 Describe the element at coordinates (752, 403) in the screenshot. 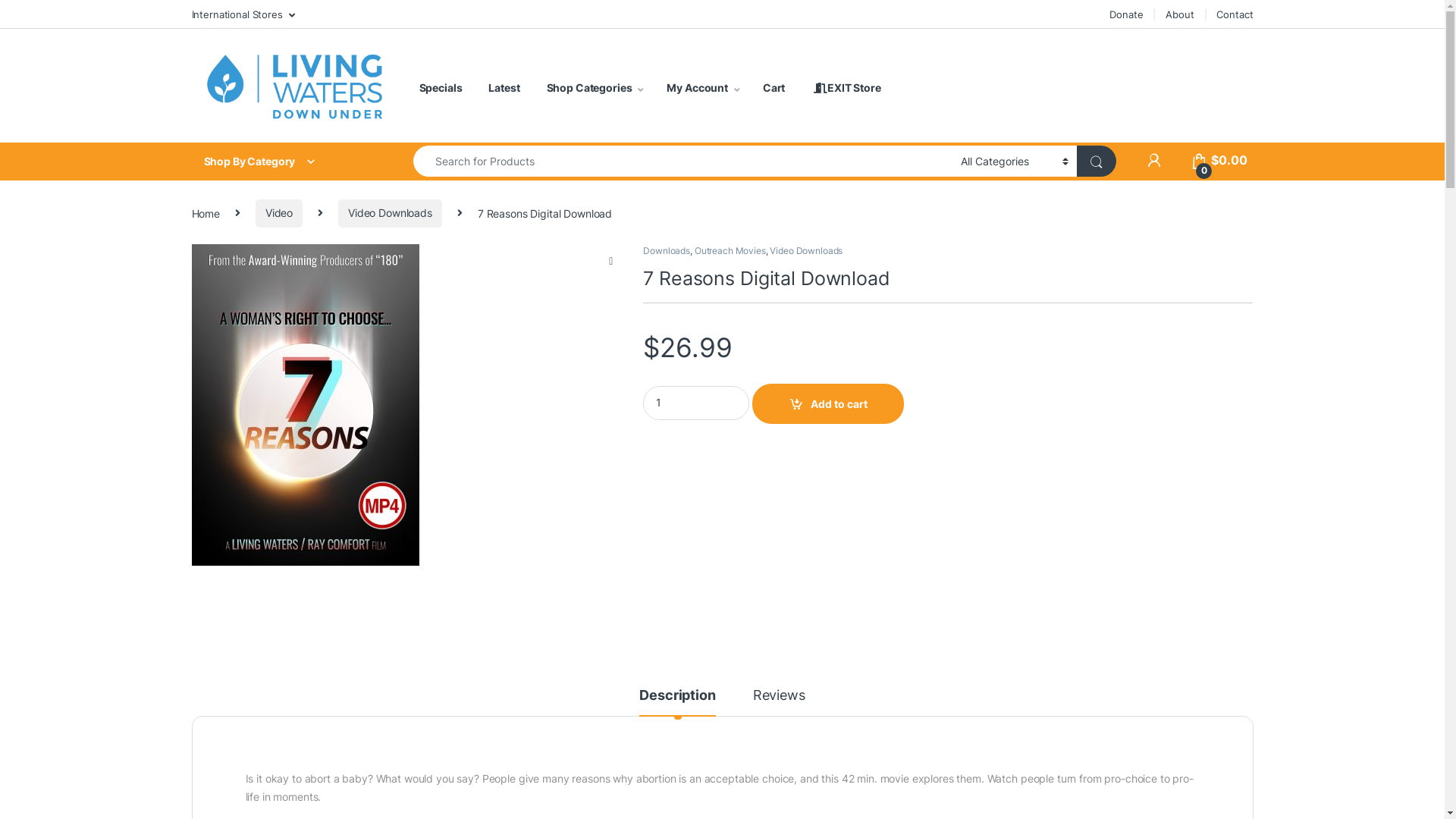

I see `'Add to cart'` at that location.